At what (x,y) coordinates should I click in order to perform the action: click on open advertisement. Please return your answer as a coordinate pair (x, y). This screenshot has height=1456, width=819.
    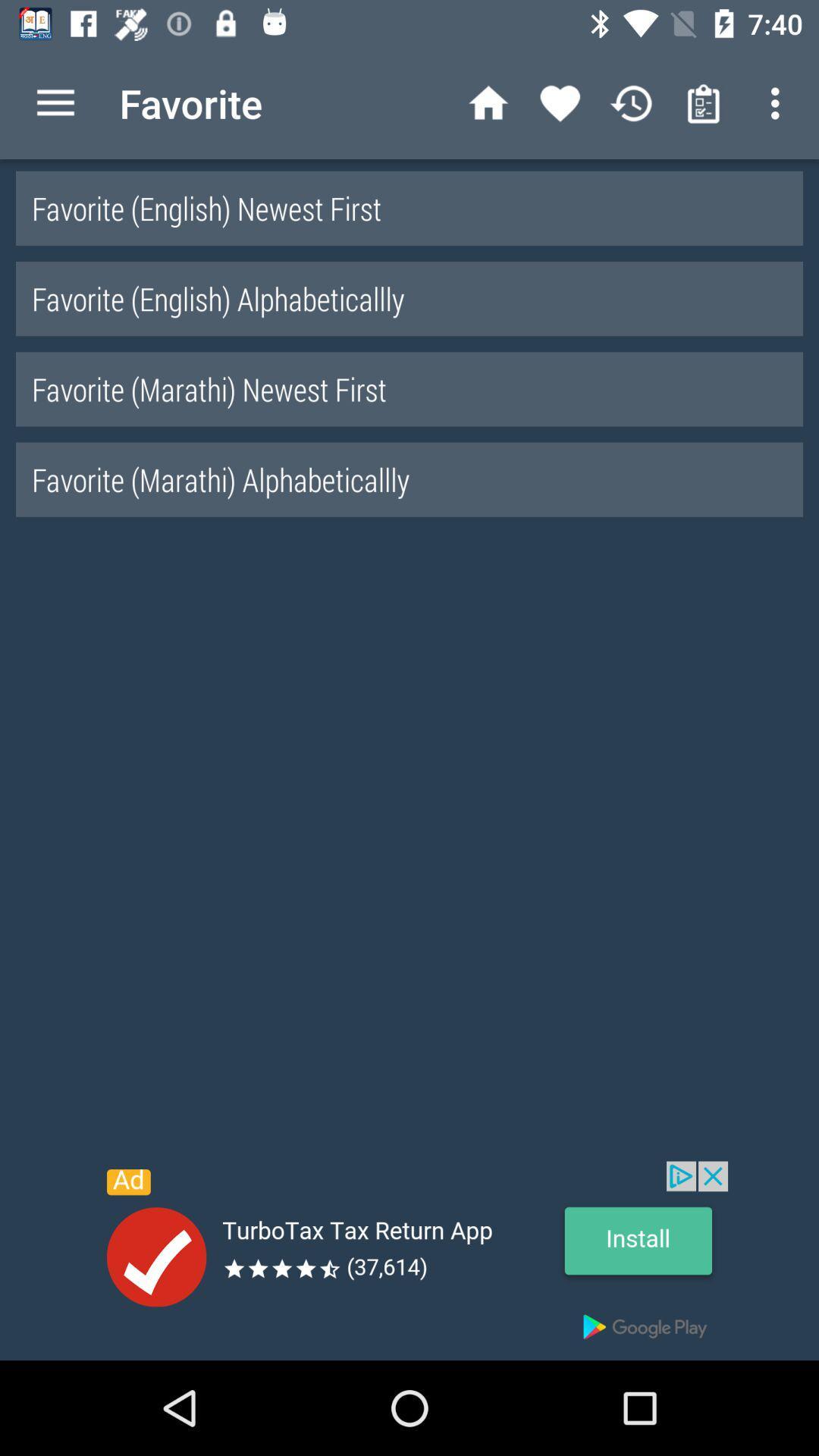
    Looking at the image, I should click on (409, 1260).